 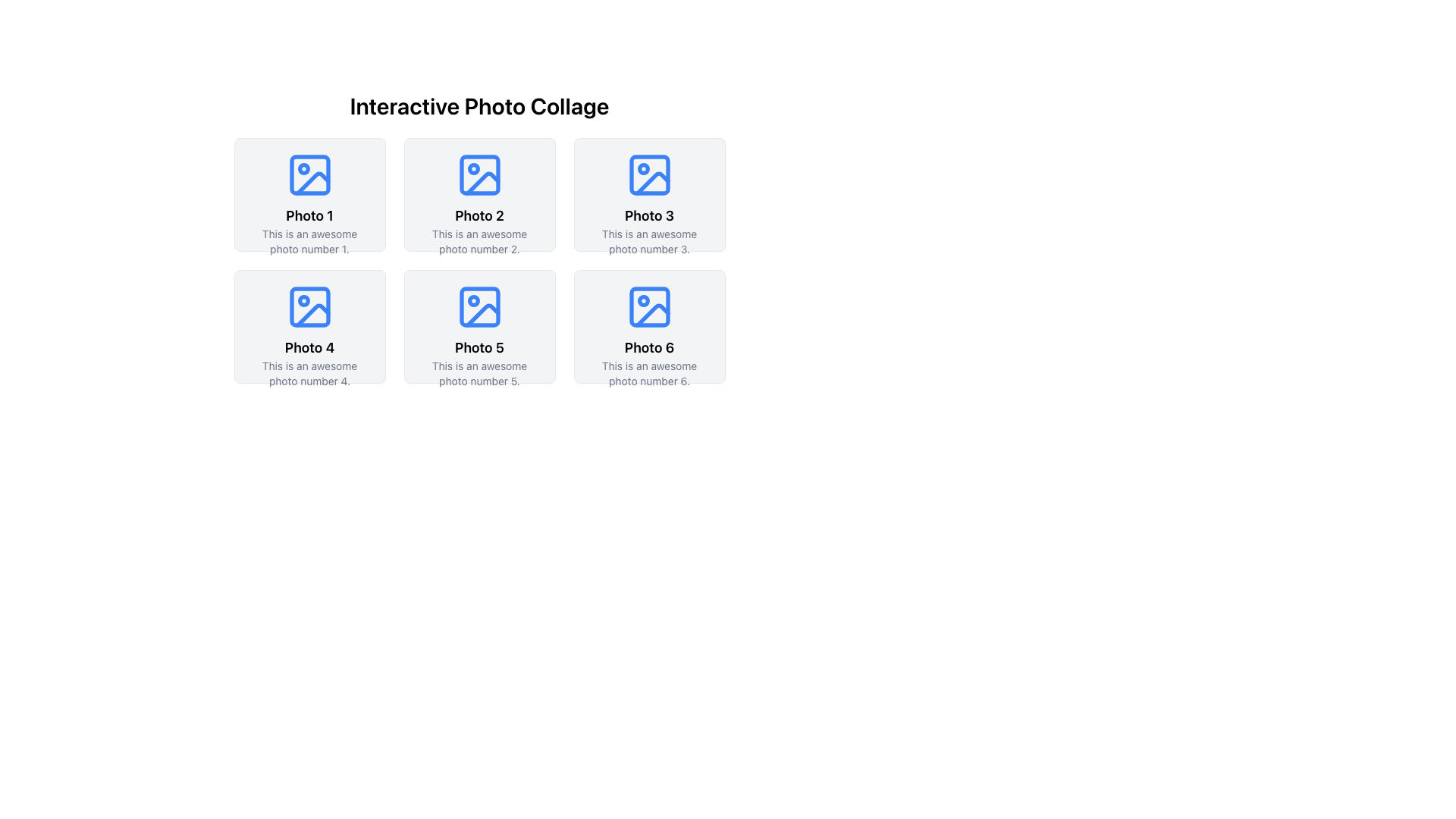 What do you see at coordinates (649, 374) in the screenshot?
I see `text snippet that says 'This is an awesome photo number 6.' located in the bottom section of the card labeled 'Photo 6.'` at bounding box center [649, 374].